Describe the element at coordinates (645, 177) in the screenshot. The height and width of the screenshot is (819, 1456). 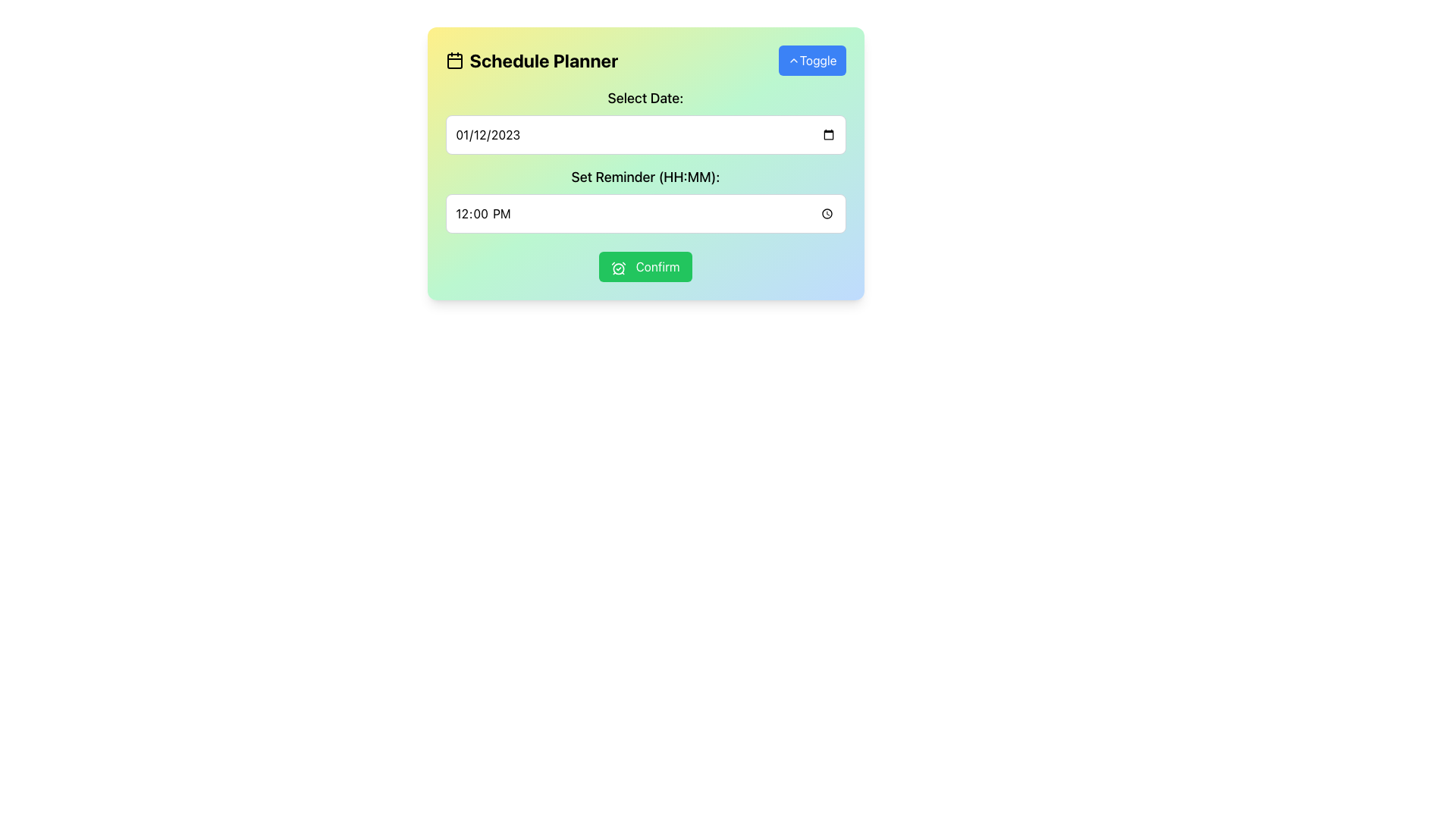
I see `the text label displaying 'Set Reminder (HH:MM):' which is positioned between two input fields in a form-like layout` at that location.